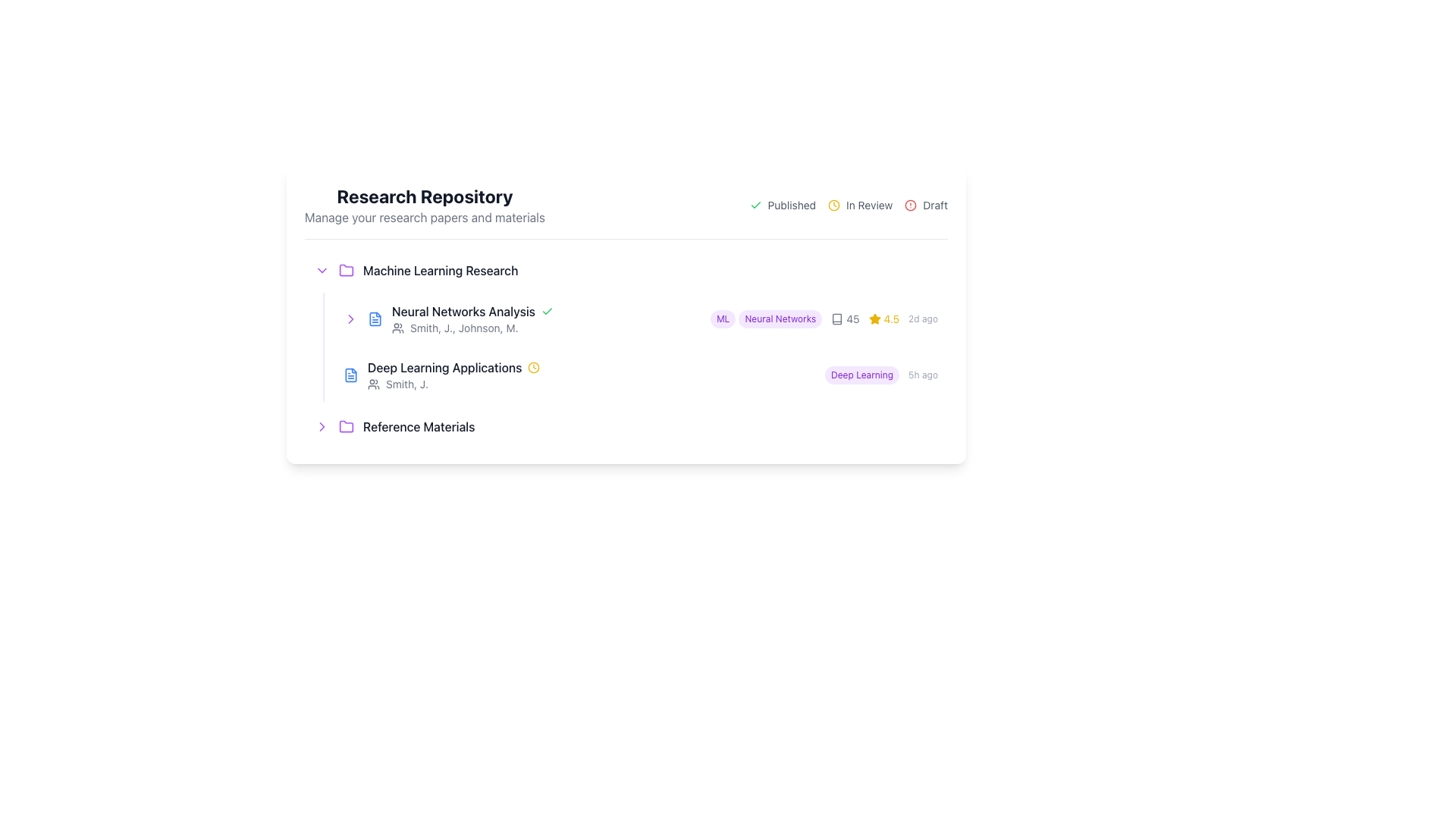  I want to click on the static textual content that serves as a descriptive subtitle directly below the bold title 'Research Repository', so click(425, 217).